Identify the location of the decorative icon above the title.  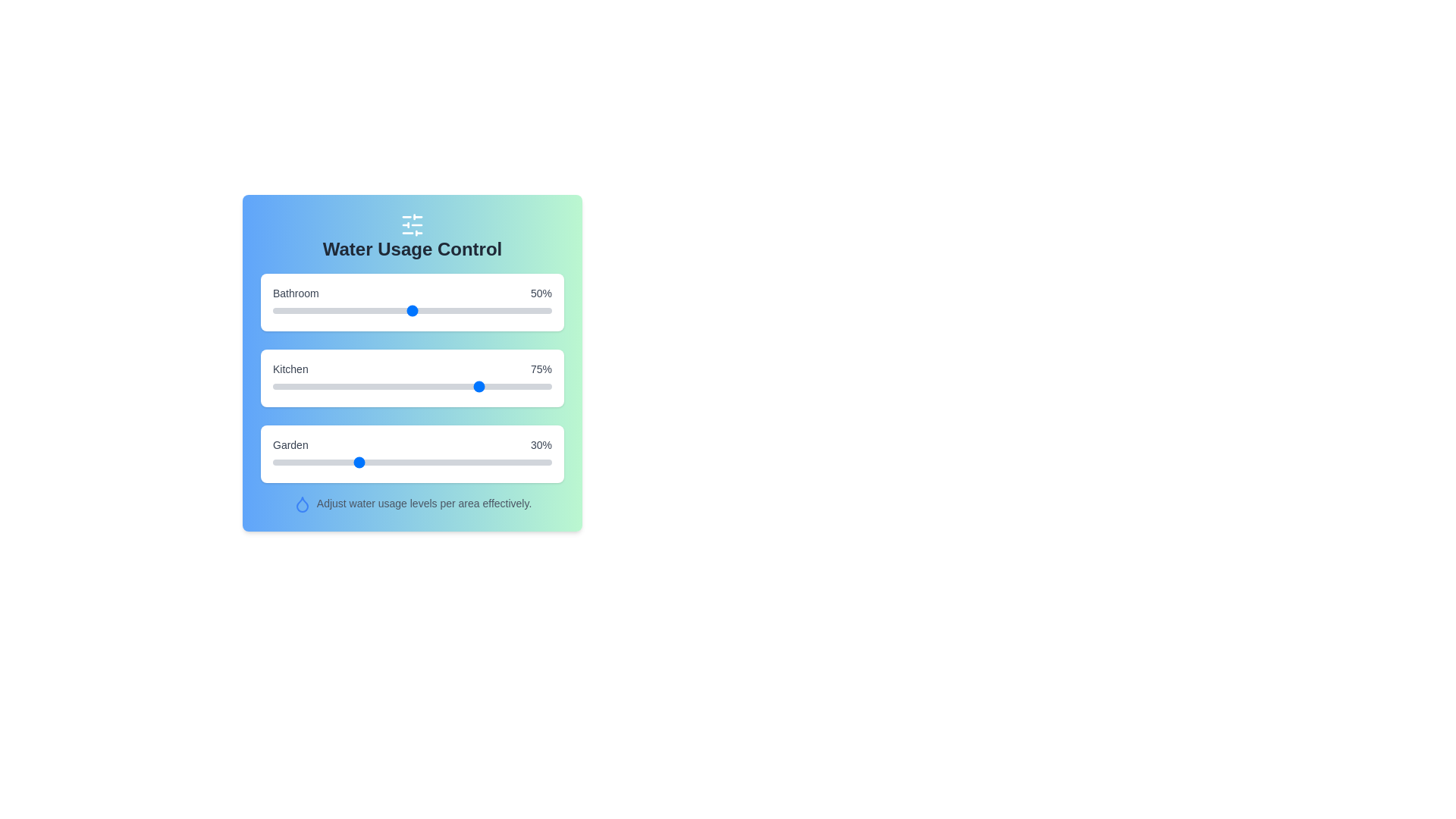
(412, 225).